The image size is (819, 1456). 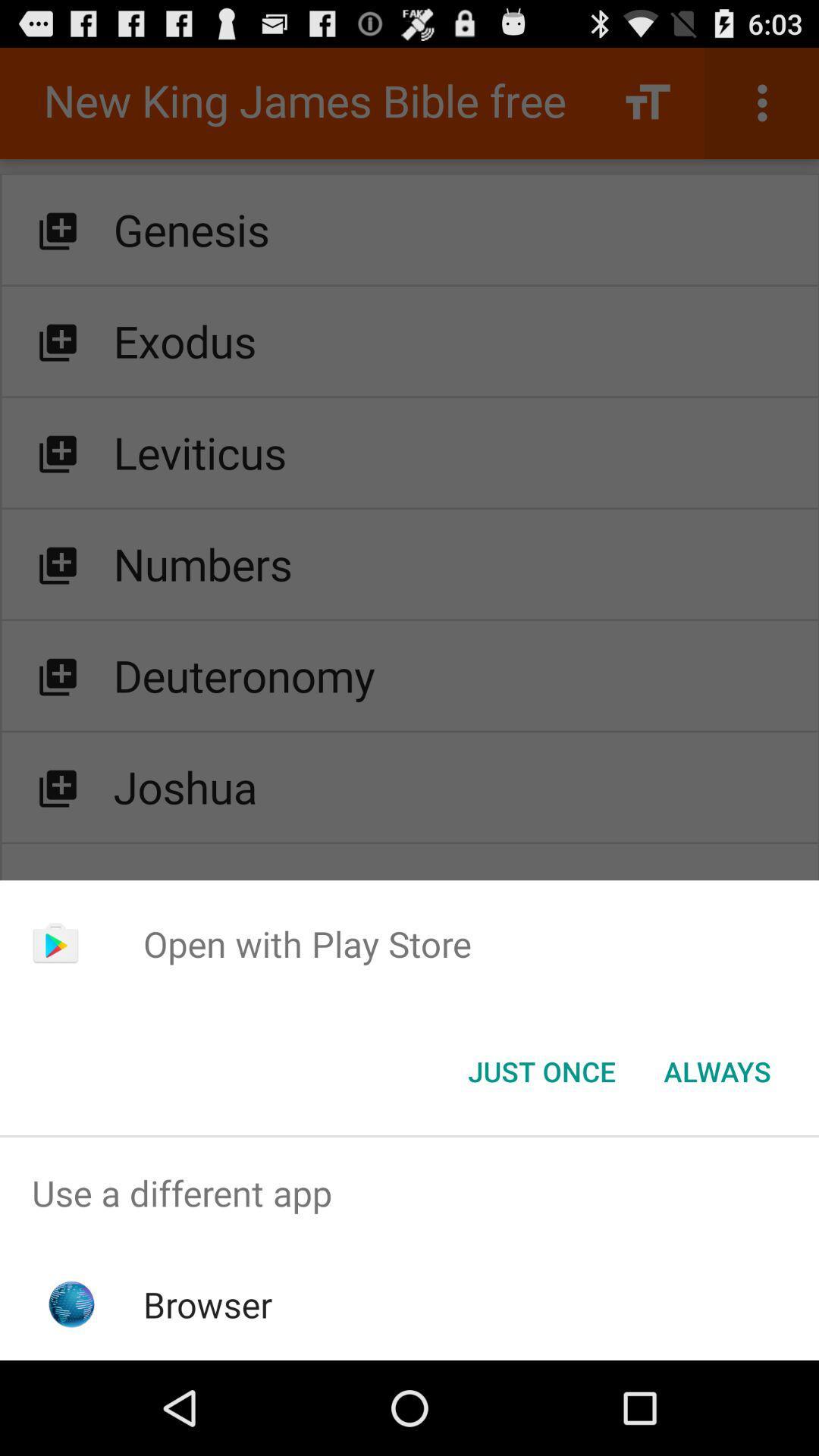 What do you see at coordinates (717, 1070) in the screenshot?
I see `the icon next to the just once` at bounding box center [717, 1070].